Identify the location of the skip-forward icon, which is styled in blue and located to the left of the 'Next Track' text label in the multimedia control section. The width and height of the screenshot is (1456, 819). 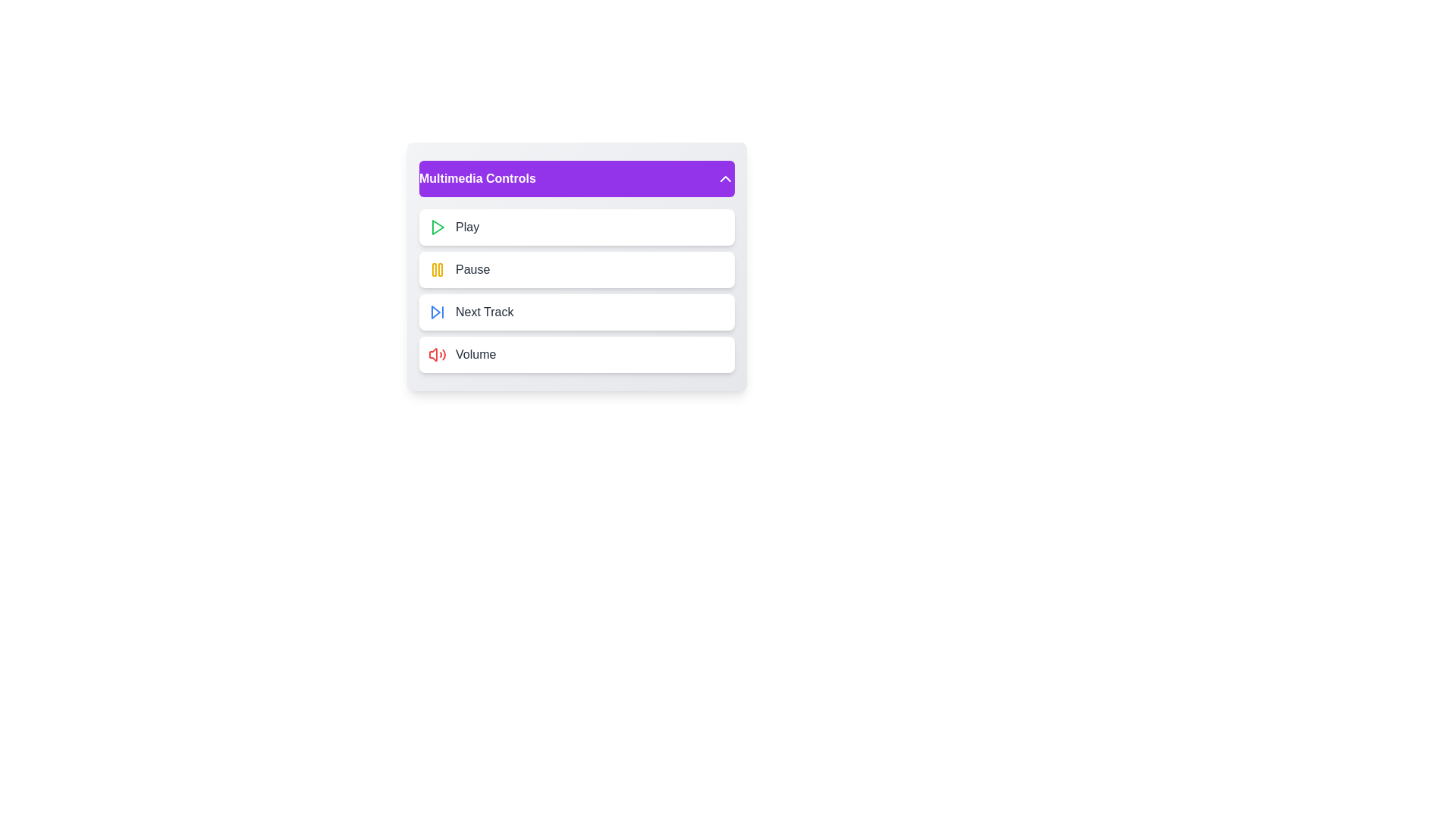
(436, 312).